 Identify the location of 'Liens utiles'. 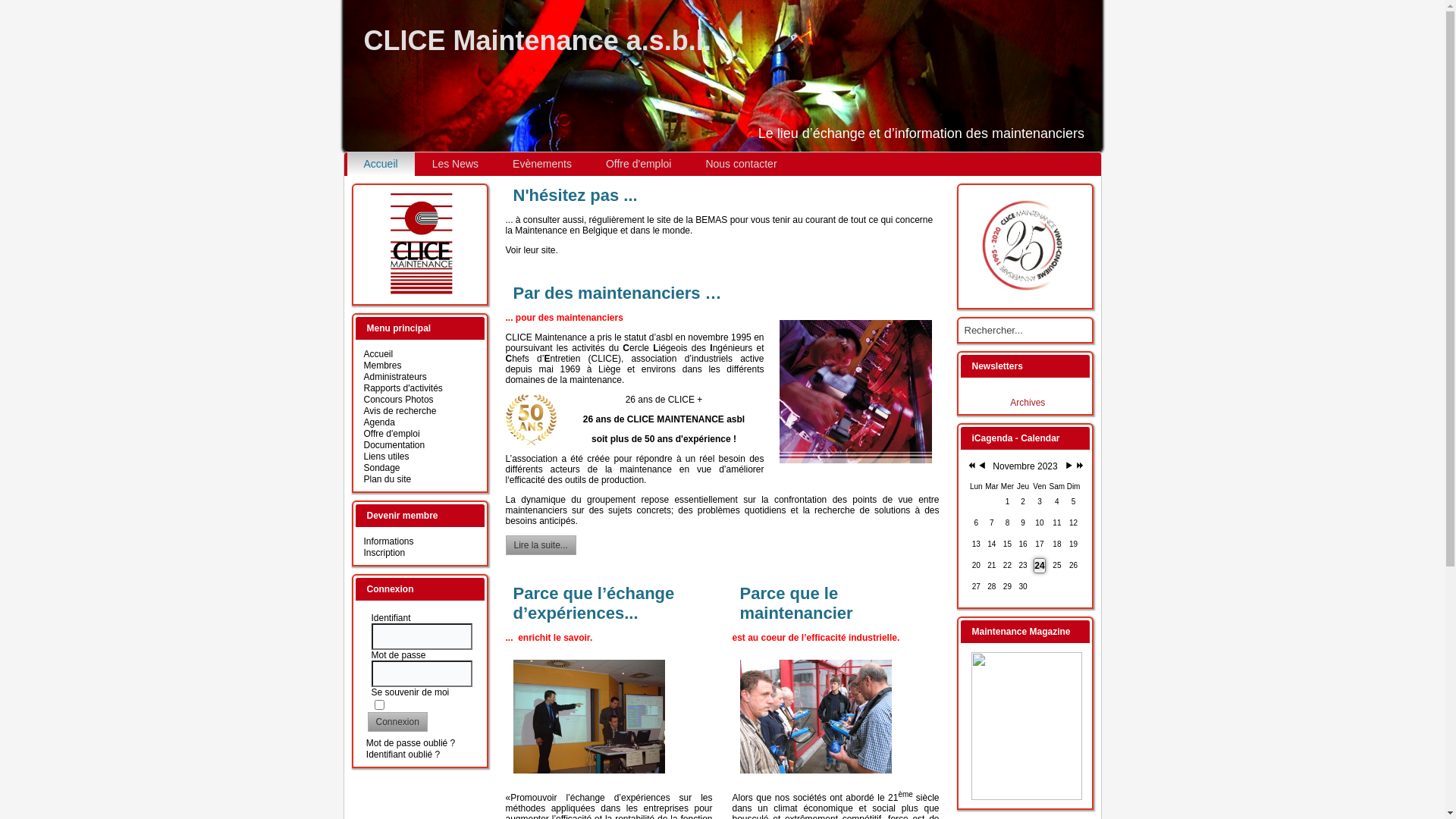
(386, 455).